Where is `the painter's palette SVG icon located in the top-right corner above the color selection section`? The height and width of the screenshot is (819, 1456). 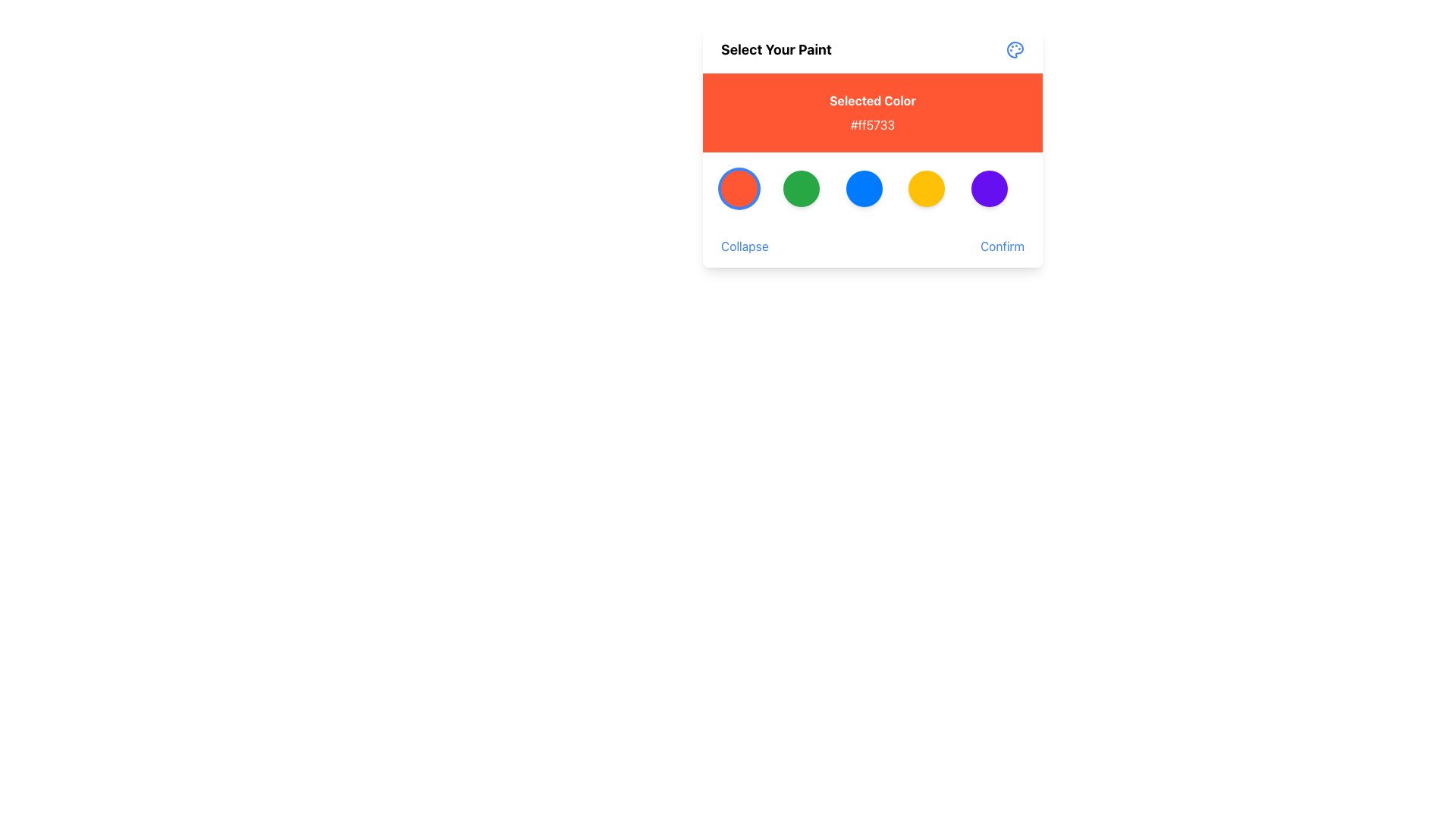
the painter's palette SVG icon located in the top-right corner above the color selection section is located at coordinates (1015, 49).